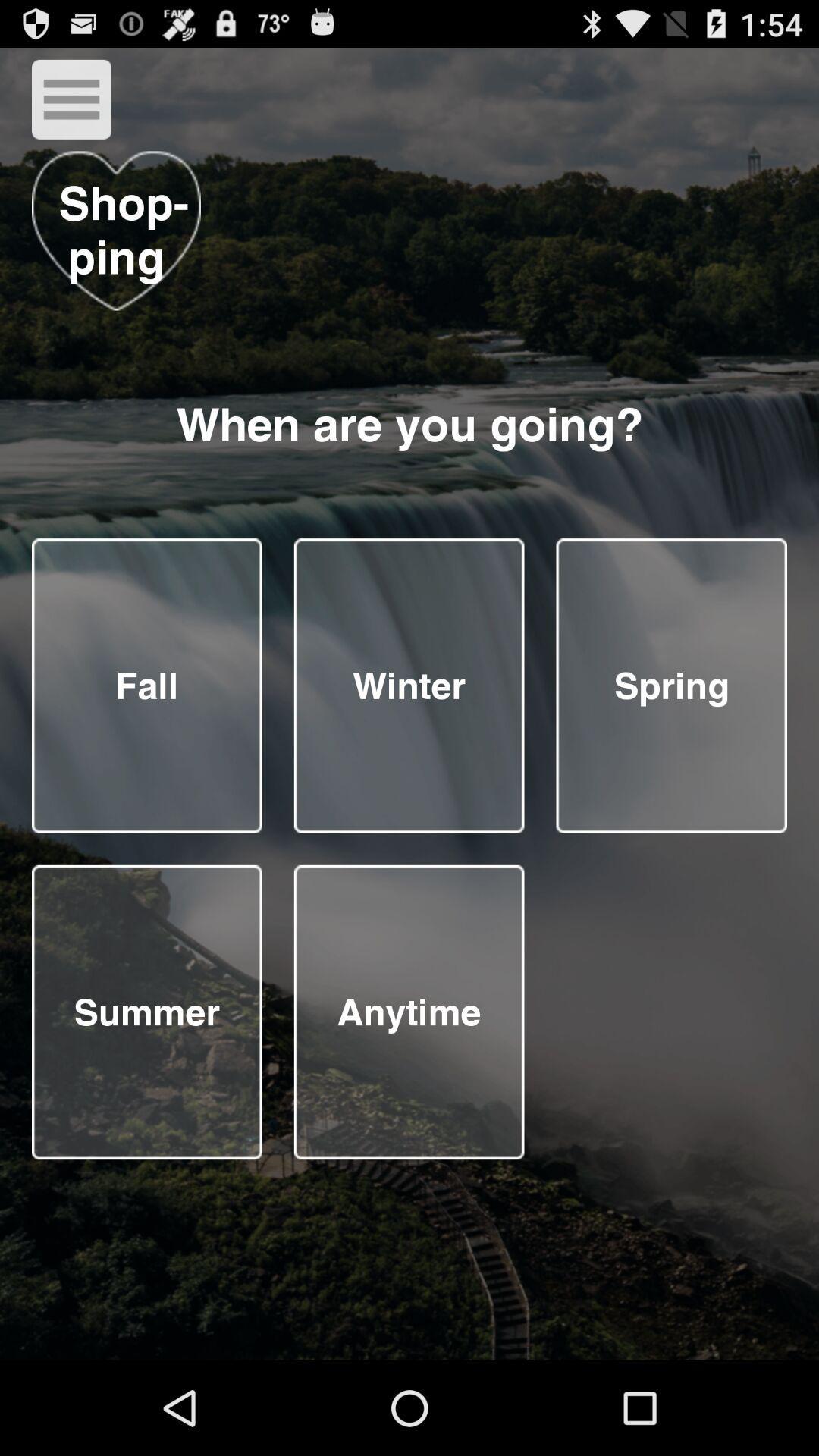 This screenshot has height=1456, width=819. What do you see at coordinates (670, 685) in the screenshot?
I see `selecting answers` at bounding box center [670, 685].